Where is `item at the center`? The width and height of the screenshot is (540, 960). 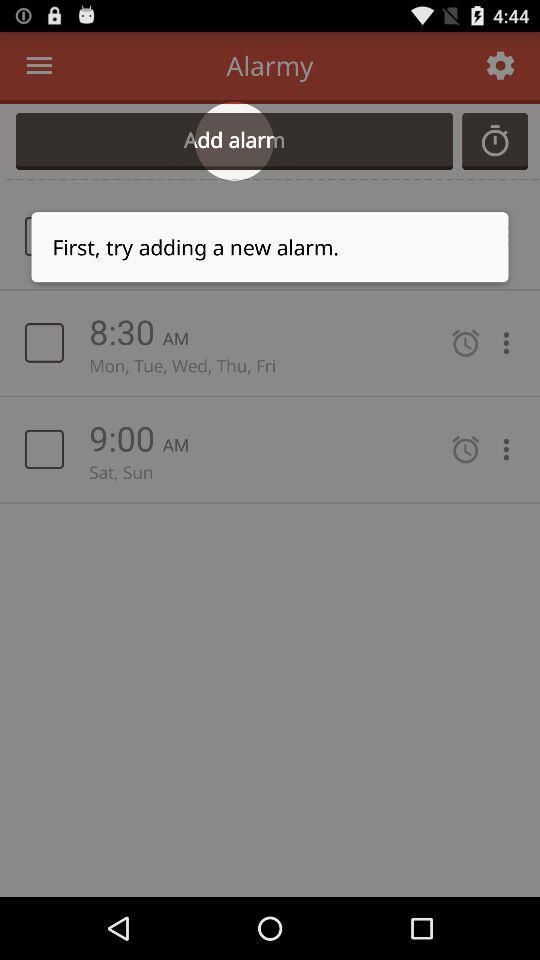 item at the center is located at coordinates (270, 539).